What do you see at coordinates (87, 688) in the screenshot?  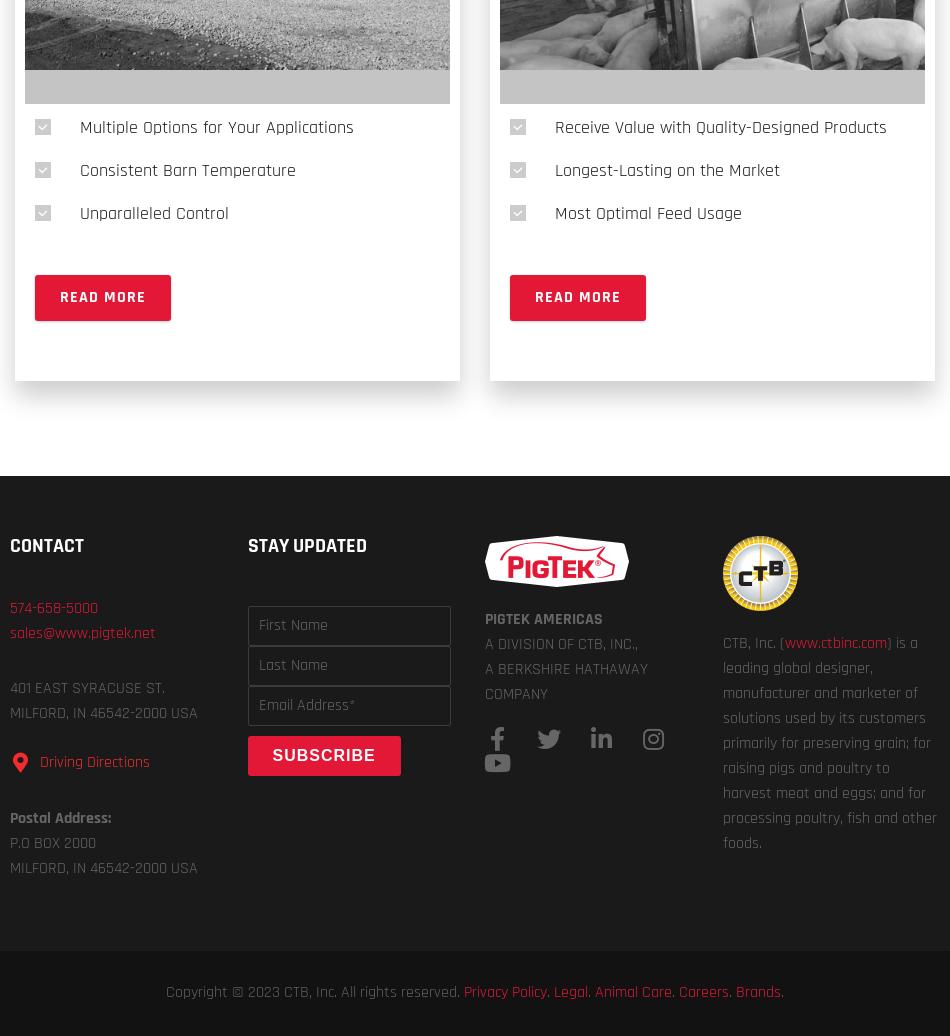 I see `'401 EAST SYRACUSE ST.'` at bounding box center [87, 688].